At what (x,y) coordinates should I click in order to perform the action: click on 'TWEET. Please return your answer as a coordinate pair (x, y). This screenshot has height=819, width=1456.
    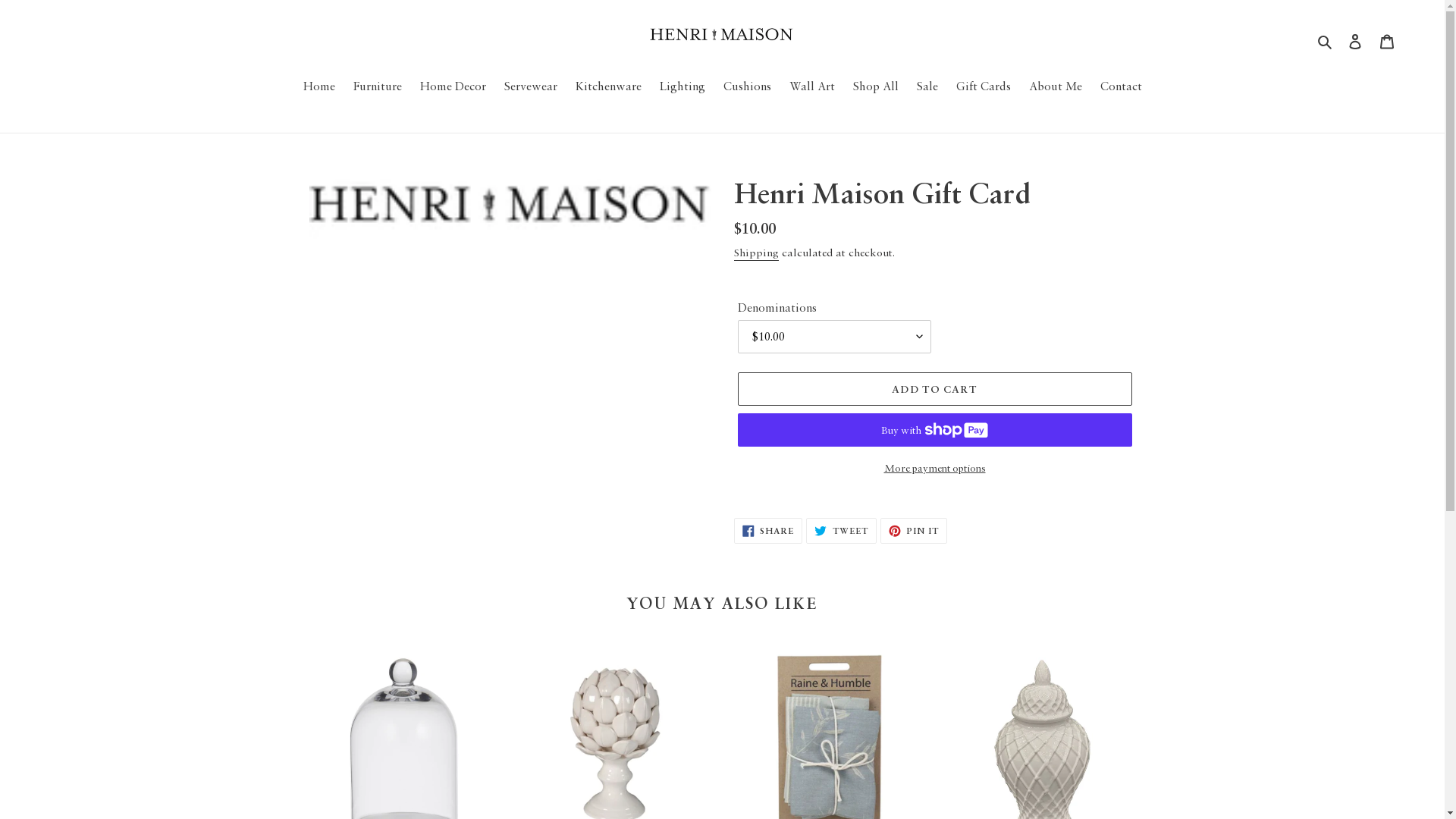
    Looking at the image, I should click on (840, 529).